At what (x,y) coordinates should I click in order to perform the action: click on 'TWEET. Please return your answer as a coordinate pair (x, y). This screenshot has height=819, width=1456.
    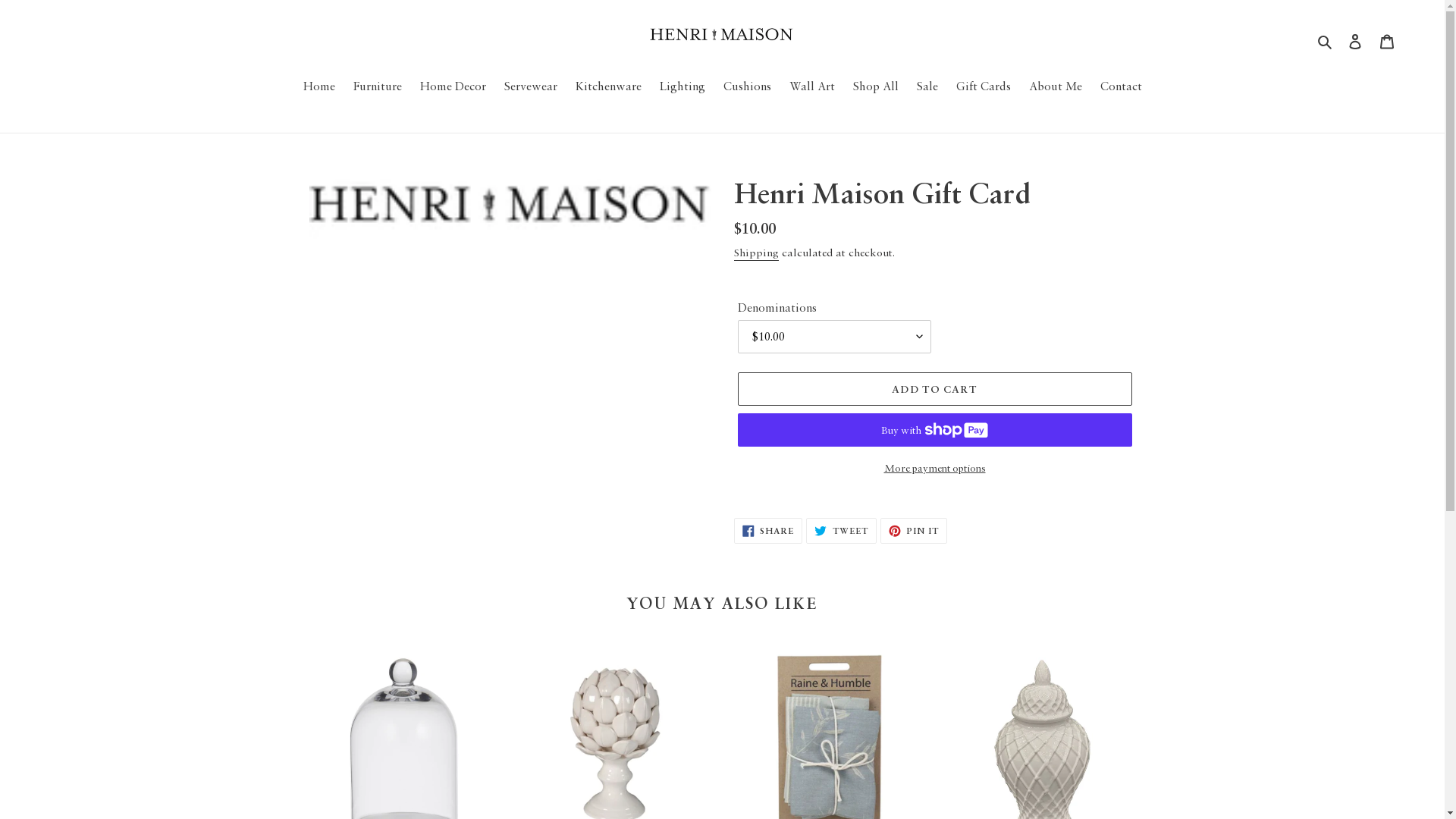
    Looking at the image, I should click on (840, 529).